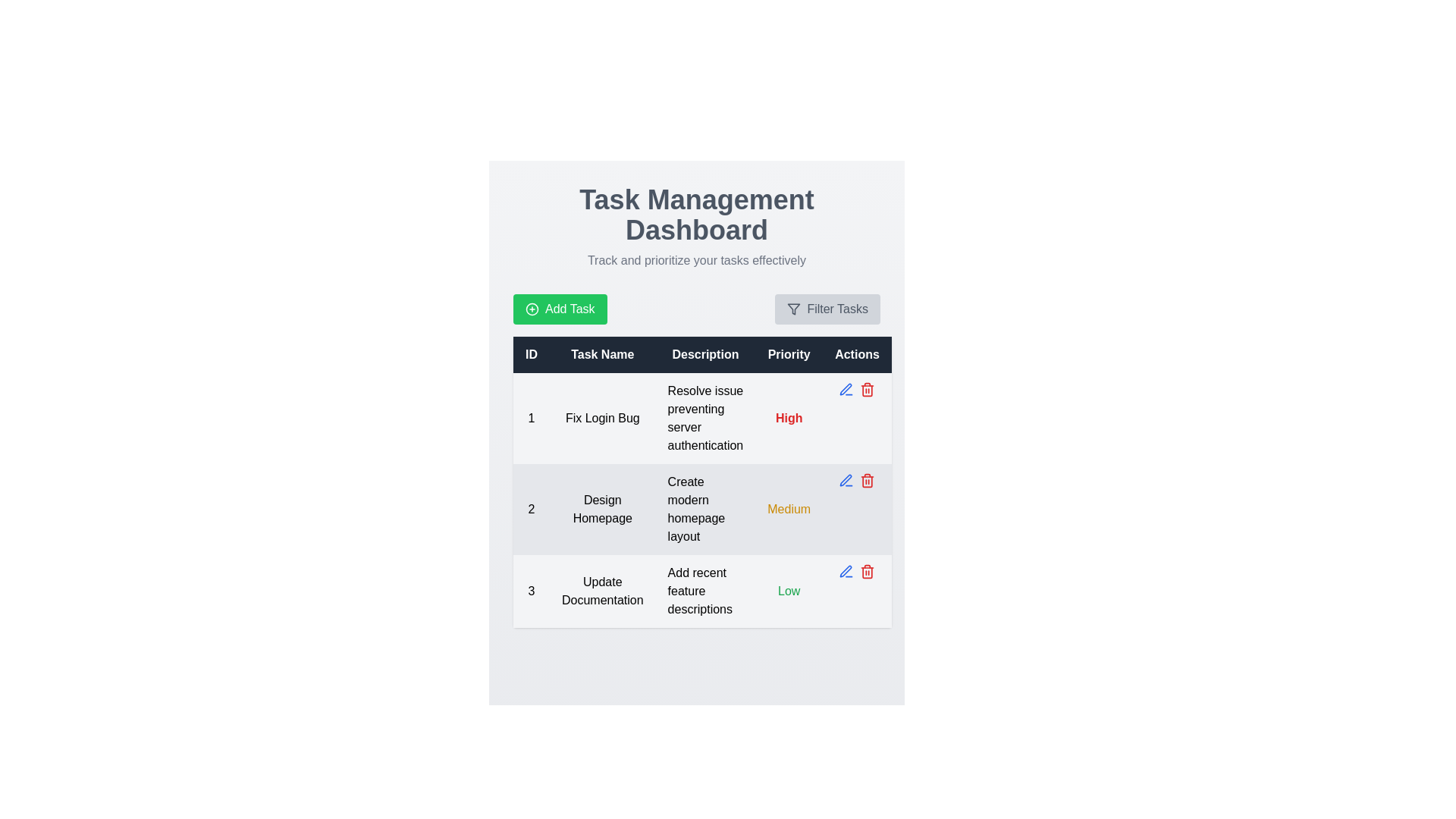  What do you see at coordinates (601, 509) in the screenshot?
I see `the 'Design Homepage' text label located in the second cell of the 'Task Name' column in the table corresponding to task ID '2'` at bounding box center [601, 509].